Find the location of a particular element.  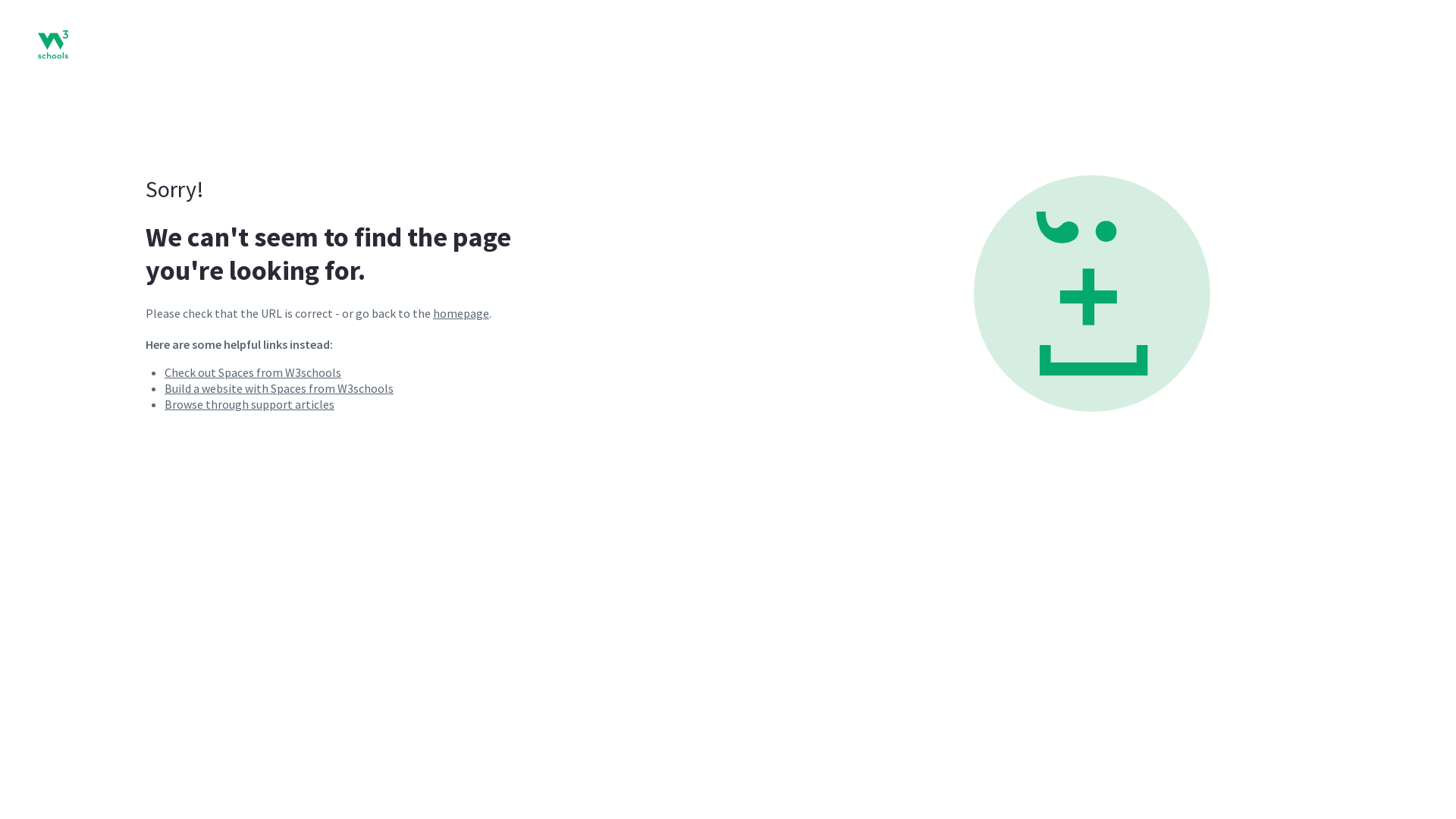

'Check out Spaces from W3schools' is located at coordinates (164, 372).